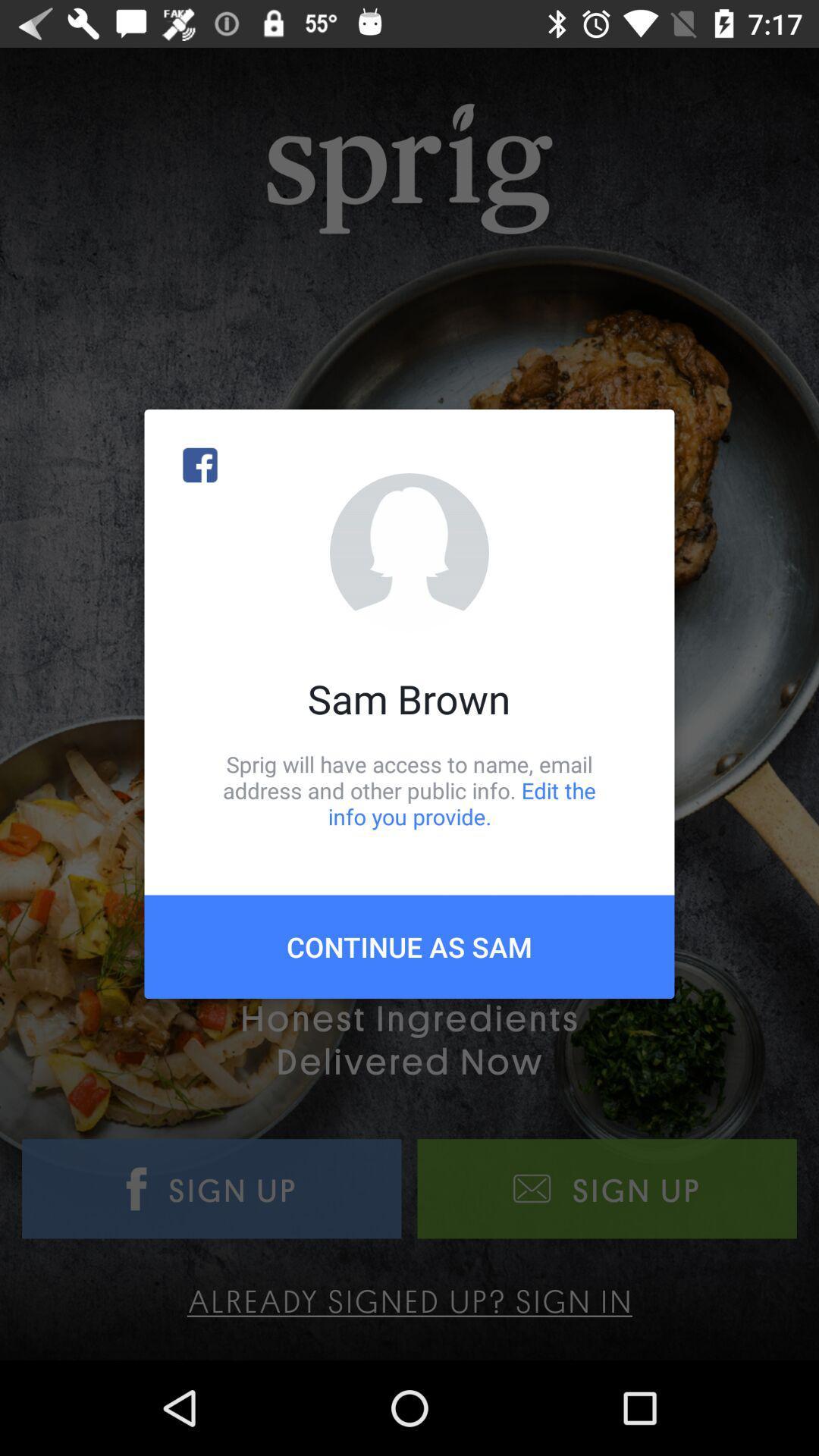 The width and height of the screenshot is (819, 1456). Describe the element at coordinates (409, 946) in the screenshot. I see `continue as sam` at that location.